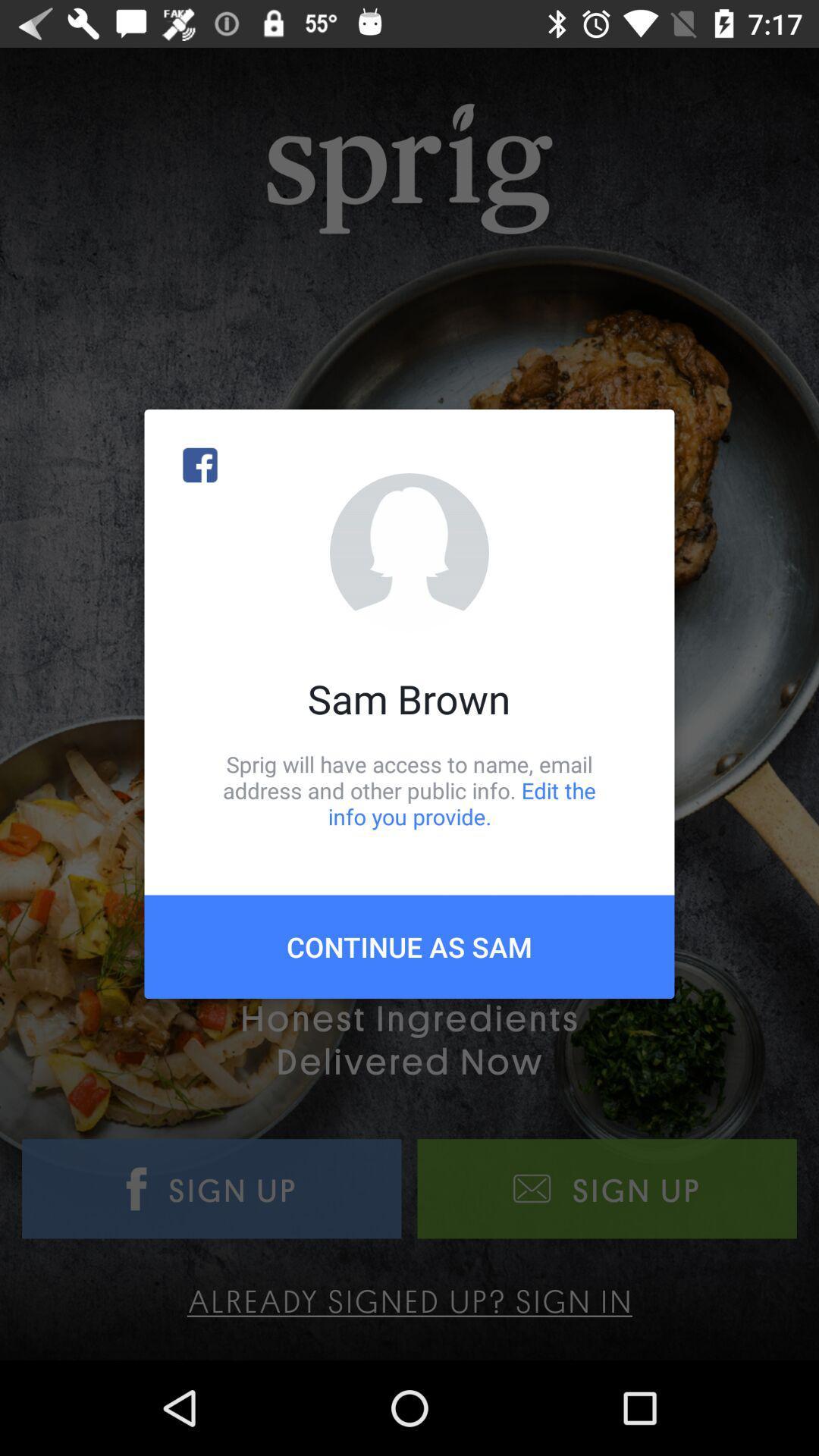 The width and height of the screenshot is (819, 1456). Describe the element at coordinates (409, 946) in the screenshot. I see `continue as sam` at that location.